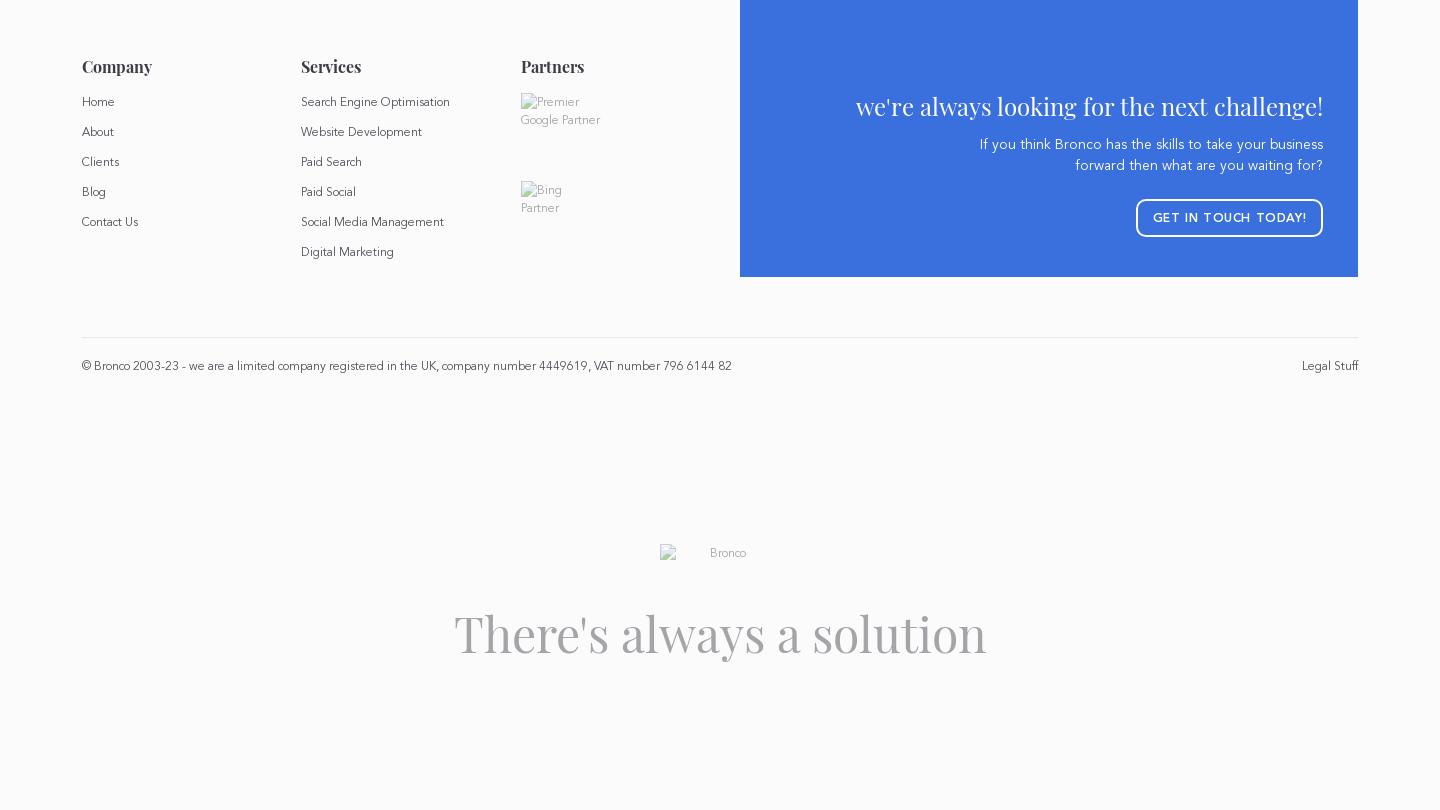  I want to click on 'Contact Us', so click(81, 221).